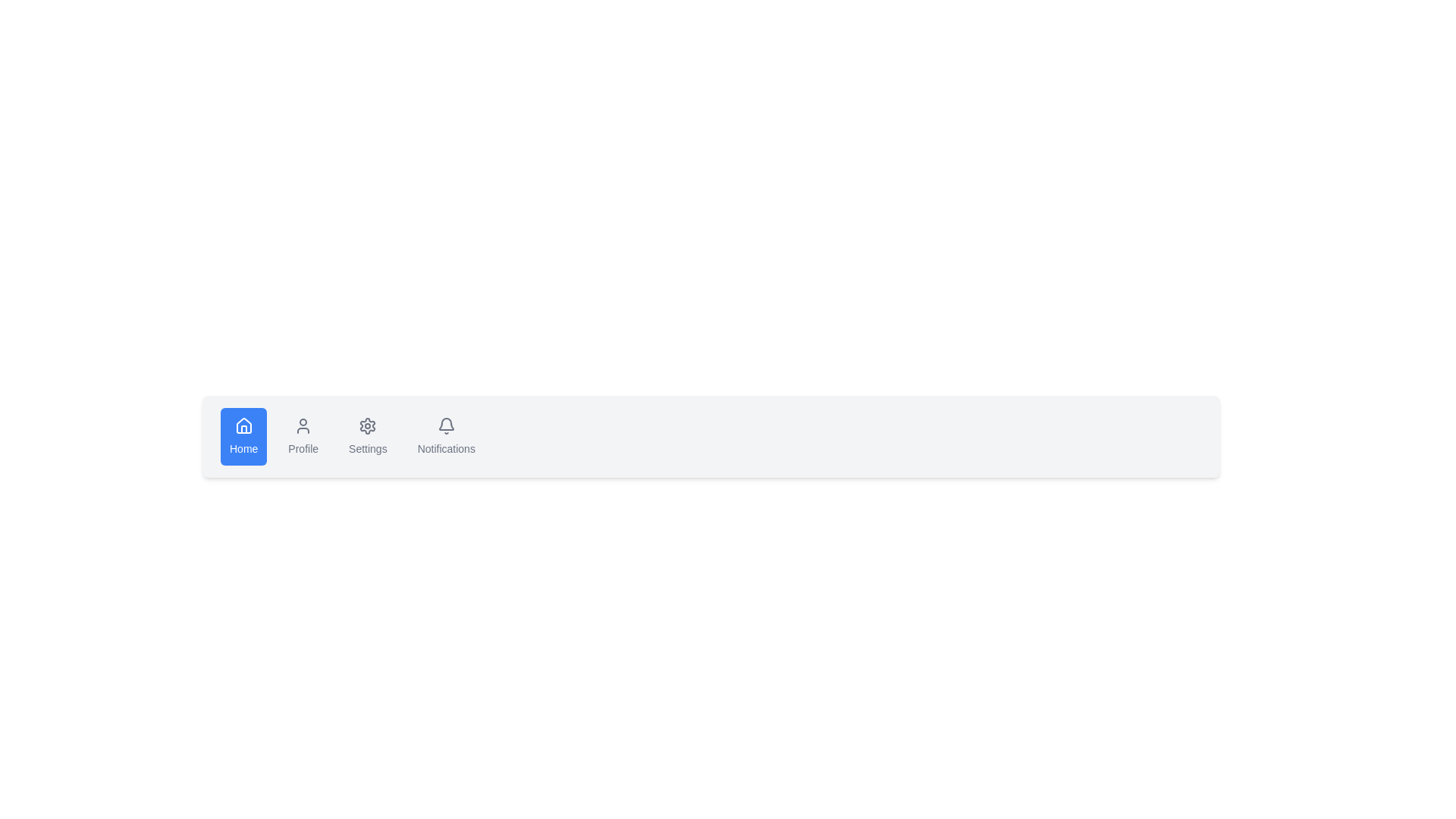  I want to click on the 'Settings' icon located in the horizontal navigation bar, so click(368, 426).